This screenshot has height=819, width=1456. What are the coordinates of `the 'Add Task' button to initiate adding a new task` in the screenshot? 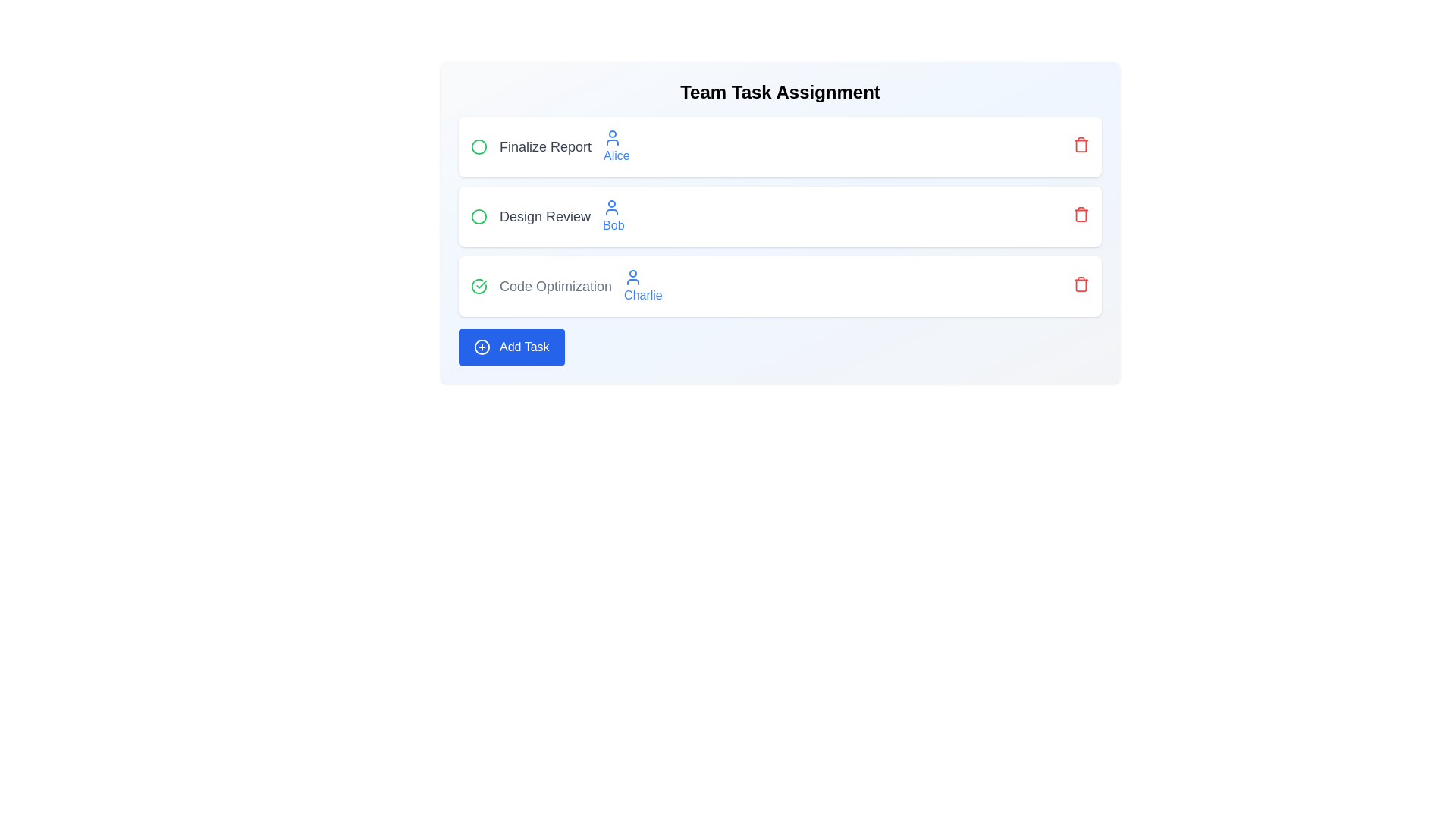 It's located at (511, 347).